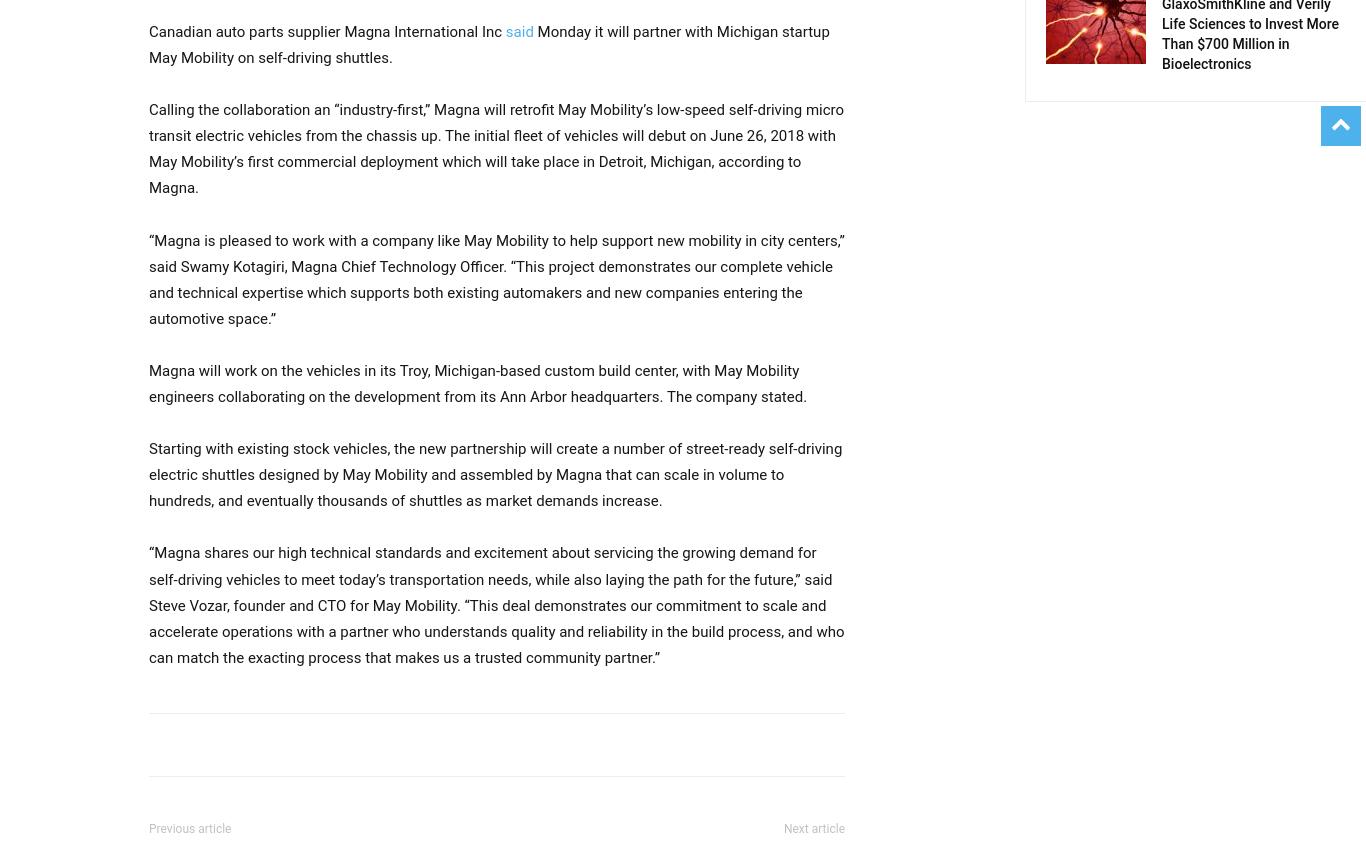 The height and width of the screenshot is (850, 1366). What do you see at coordinates (496, 604) in the screenshot?
I see `'“Magna shares our high technical standards and excitement about servicing the growing demand for self-driving vehicles to meet today’s transportation needs, while also laying the path for the future,” said Steve Vozar, founder and CTO for May Mobility. “This deal demonstrates our commitment to scale and accelerate operations with a partner who understands quality and reliability in the build process, and who can match the exacting process that makes us a trusted community partner.”'` at bounding box center [496, 604].